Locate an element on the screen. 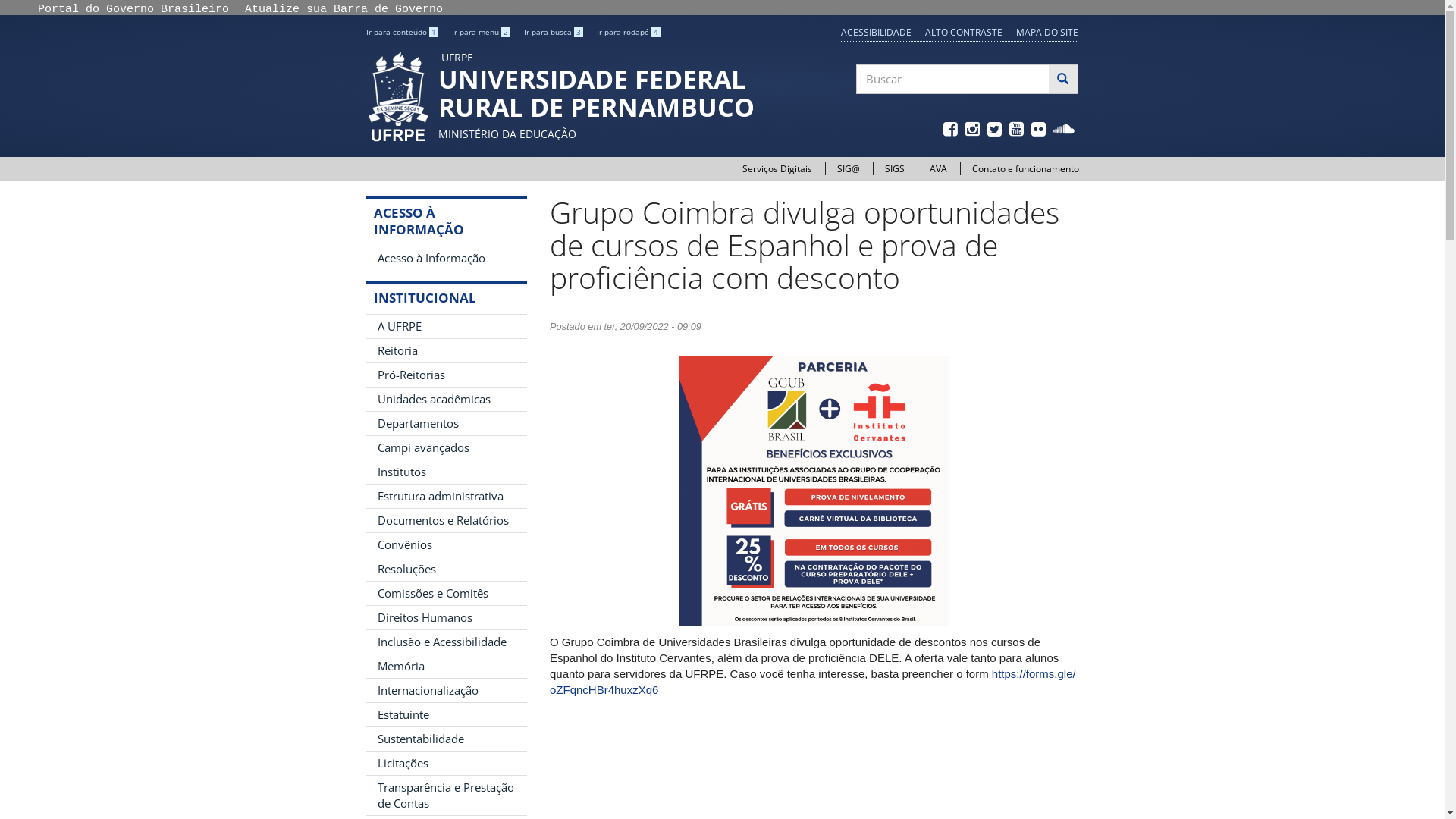 This screenshot has width=1456, height=819. 'Estatuinte' is located at coordinates (445, 714).